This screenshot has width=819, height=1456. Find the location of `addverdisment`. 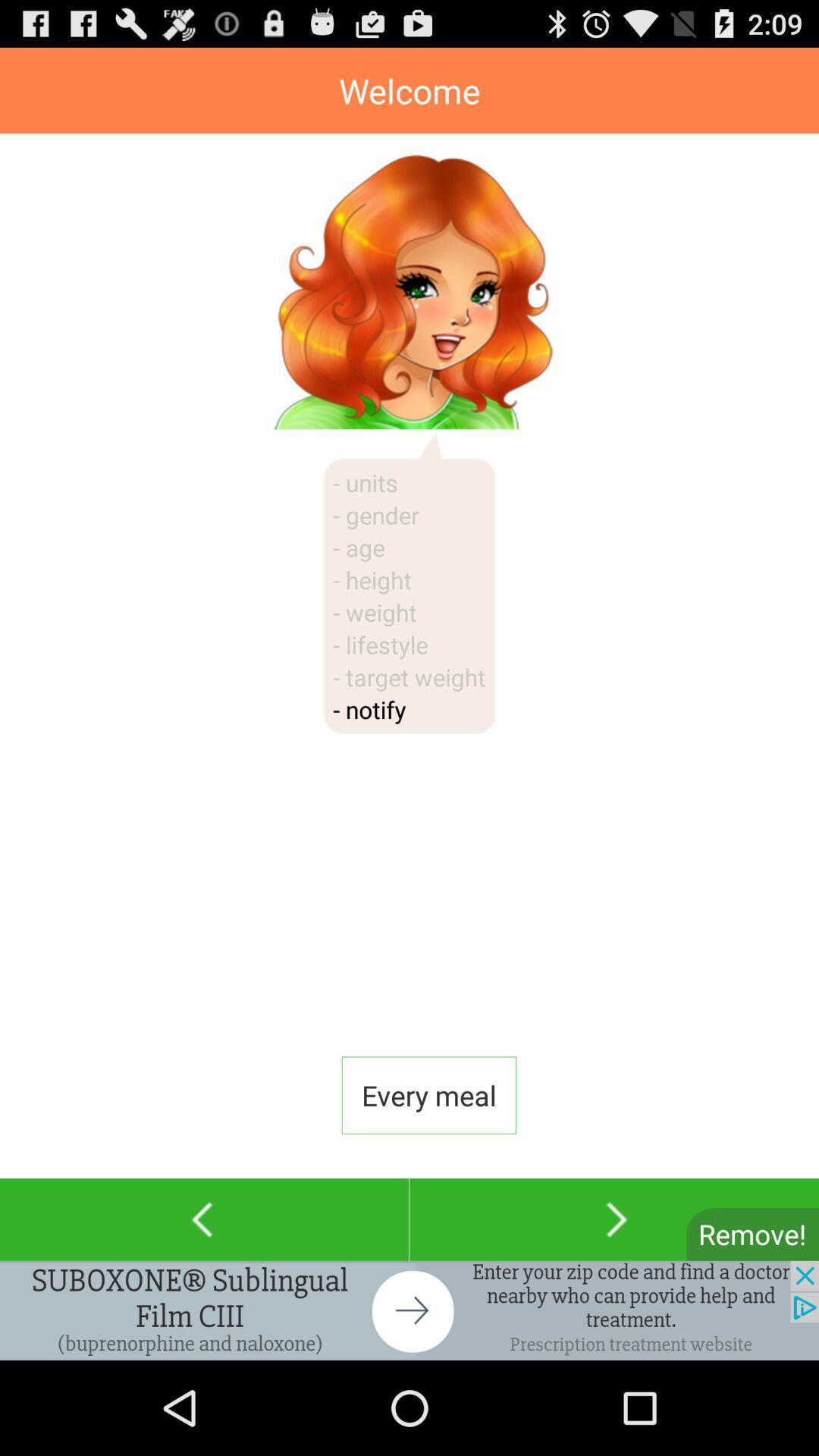

addverdisment is located at coordinates (409, 1310).